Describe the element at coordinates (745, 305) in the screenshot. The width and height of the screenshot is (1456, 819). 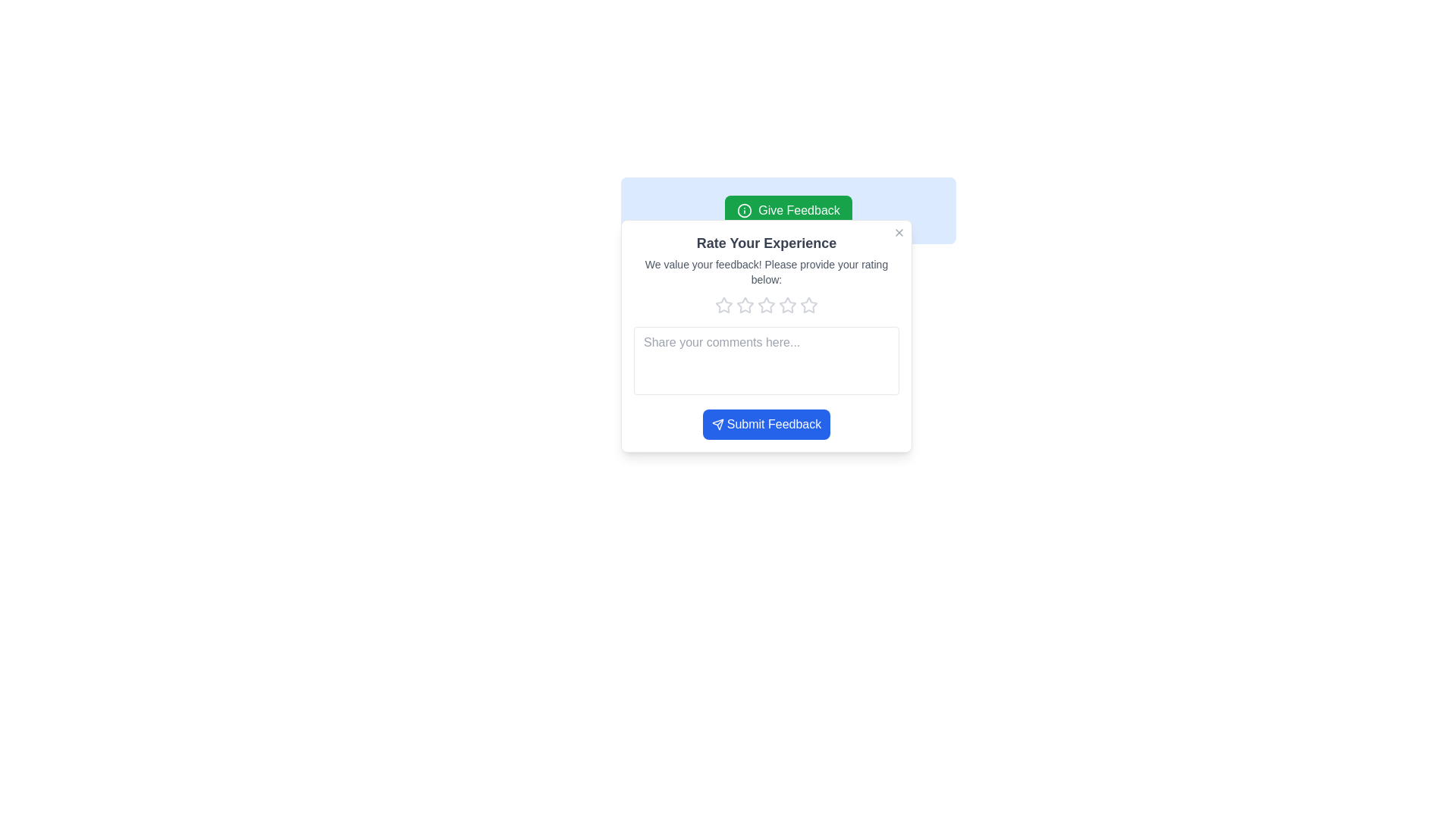
I see `the third star icon in the rating sequence to register a three-star rating for the feedback form` at that location.